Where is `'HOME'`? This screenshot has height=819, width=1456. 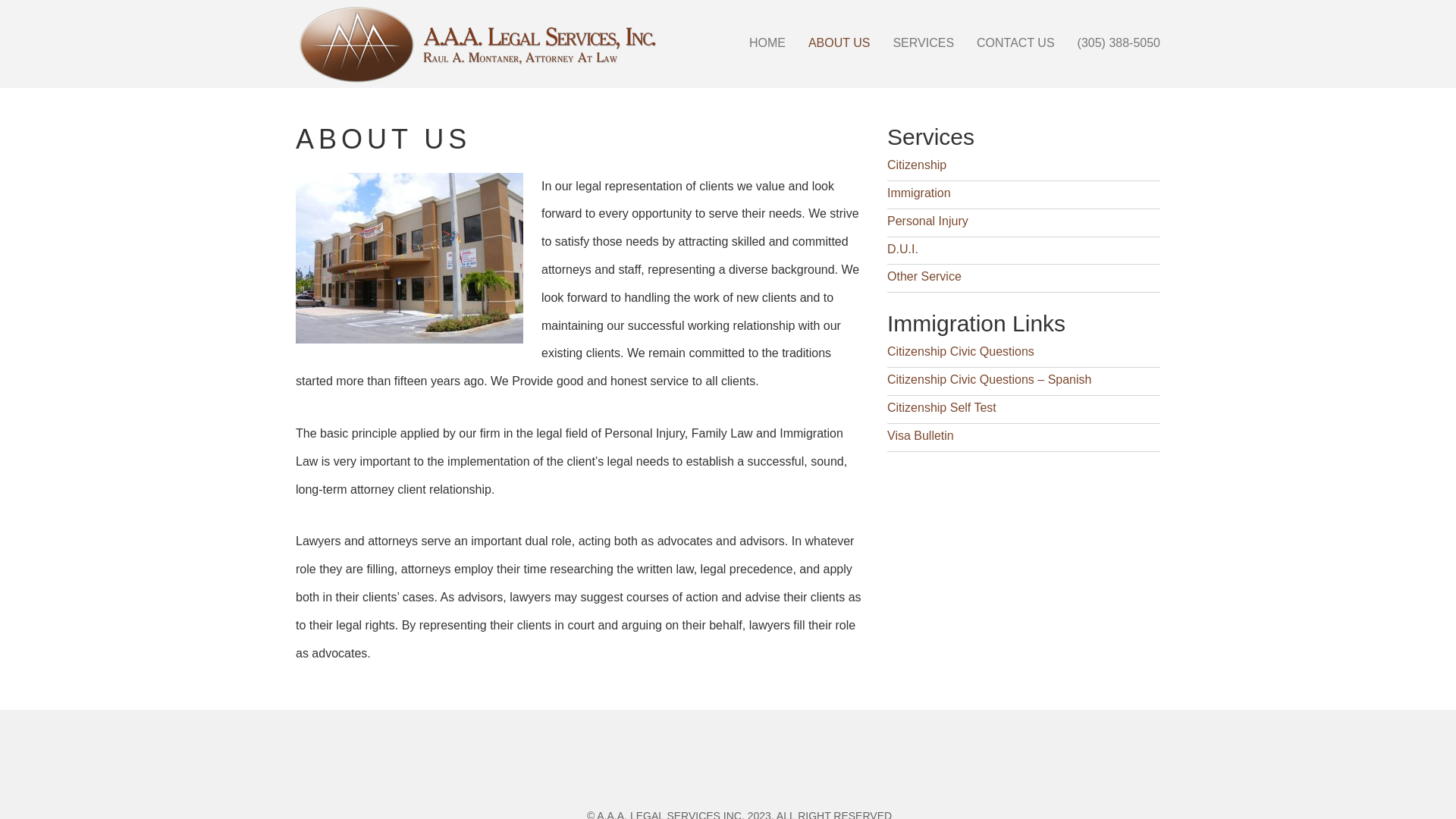 'HOME' is located at coordinates (738, 42).